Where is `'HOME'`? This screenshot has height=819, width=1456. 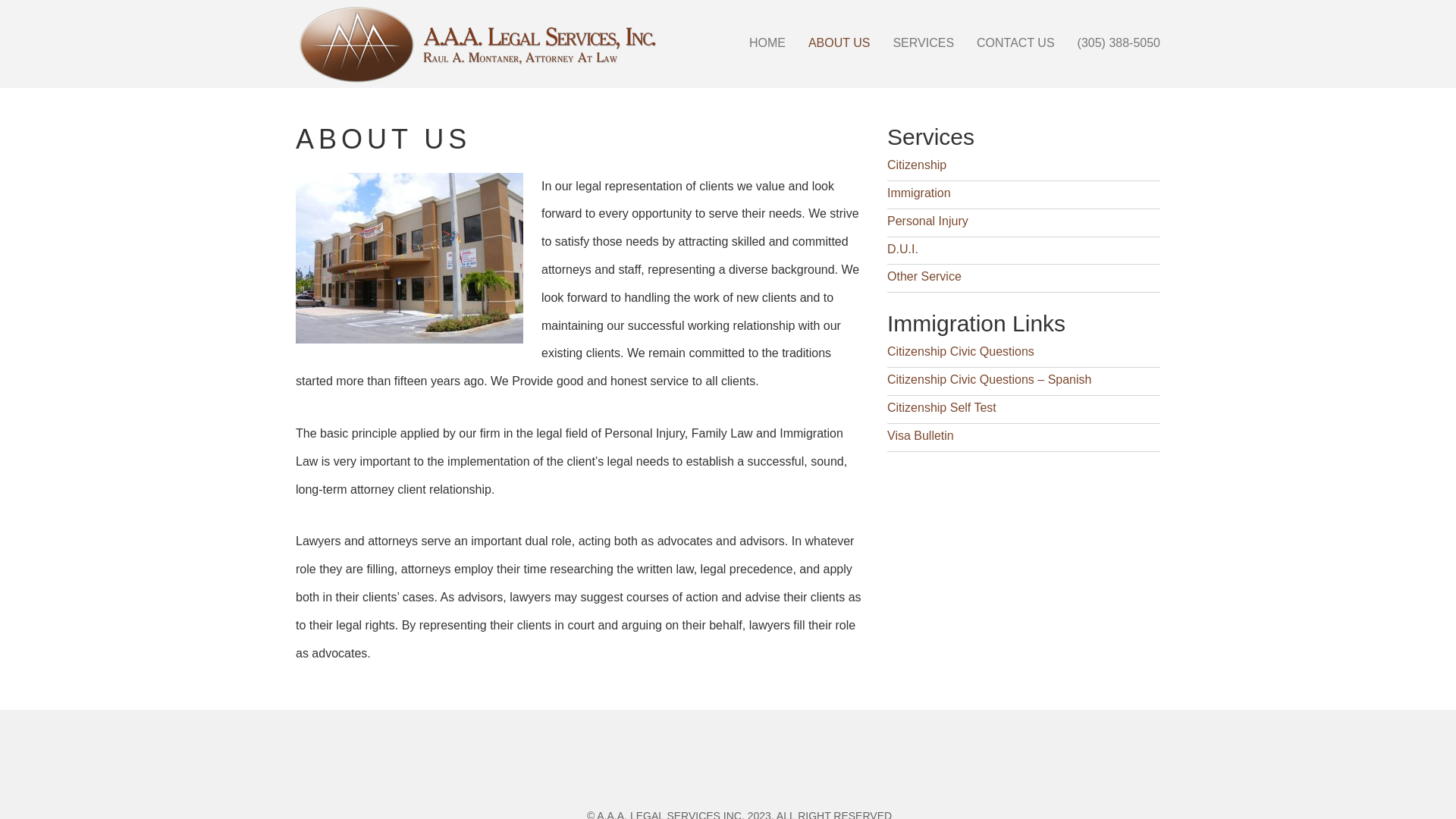 'HOME' is located at coordinates (738, 42).